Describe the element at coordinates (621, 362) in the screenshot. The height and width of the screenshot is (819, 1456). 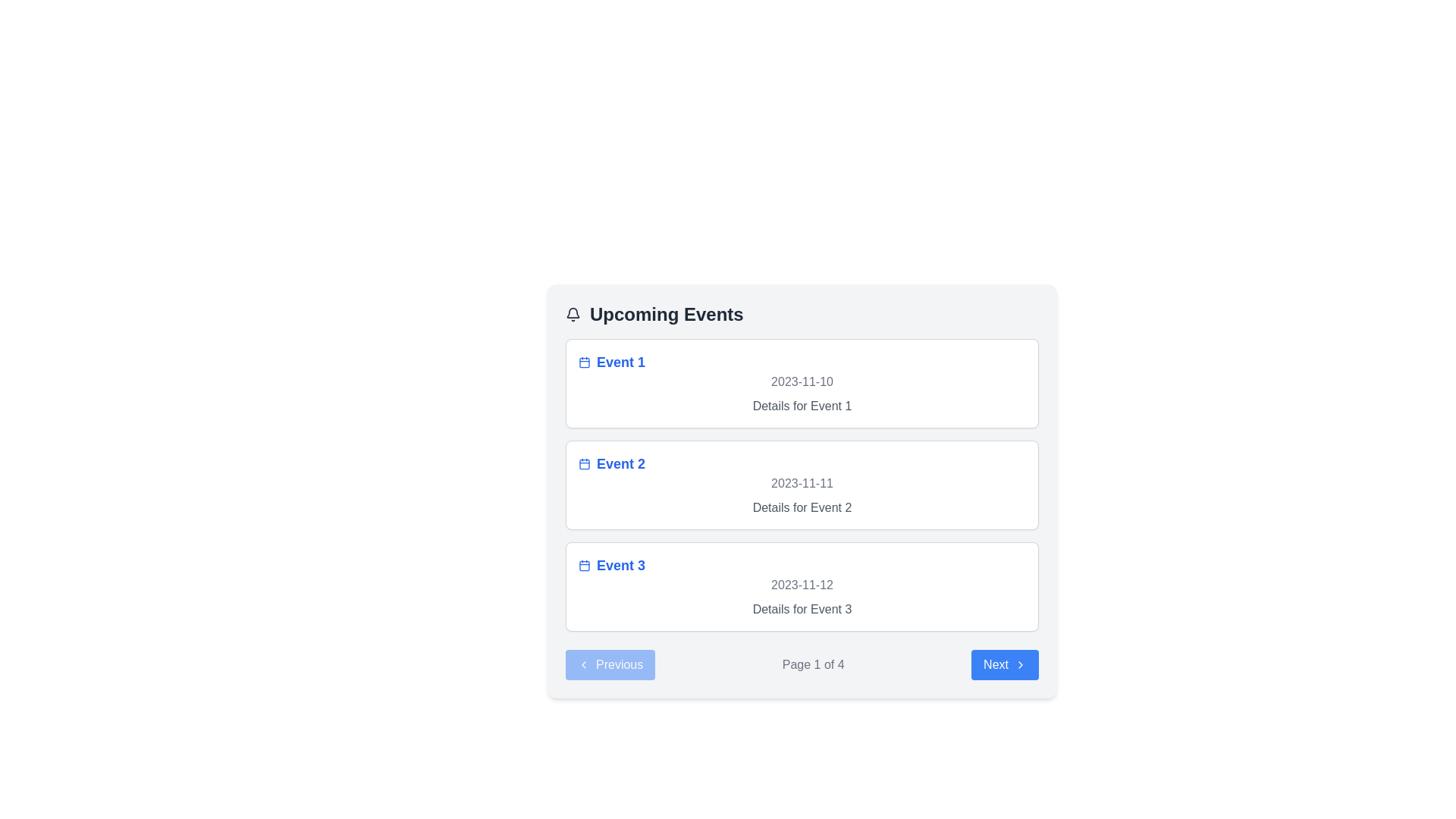
I see `the 'Event 1' text element, which is styled in a bold blue font and serves as a title for an item in the upcoming events list` at that location.